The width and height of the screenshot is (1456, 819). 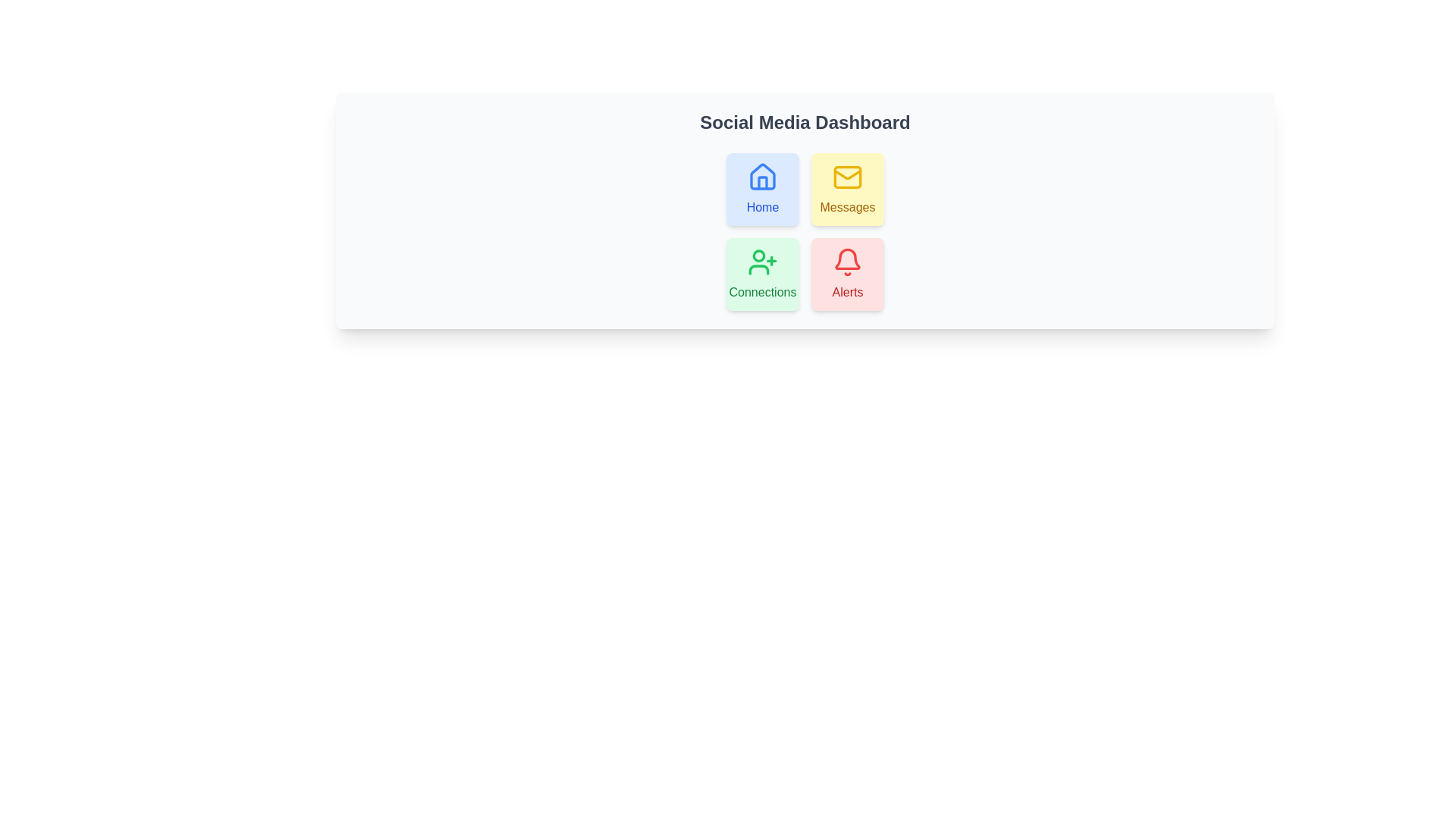 I want to click on label providing a textual description for the alert notification section located at the bottom of the red-themed tile in the 2x2 grid layout, specifically the fourth position starting from the top-left corner, so click(x=847, y=292).